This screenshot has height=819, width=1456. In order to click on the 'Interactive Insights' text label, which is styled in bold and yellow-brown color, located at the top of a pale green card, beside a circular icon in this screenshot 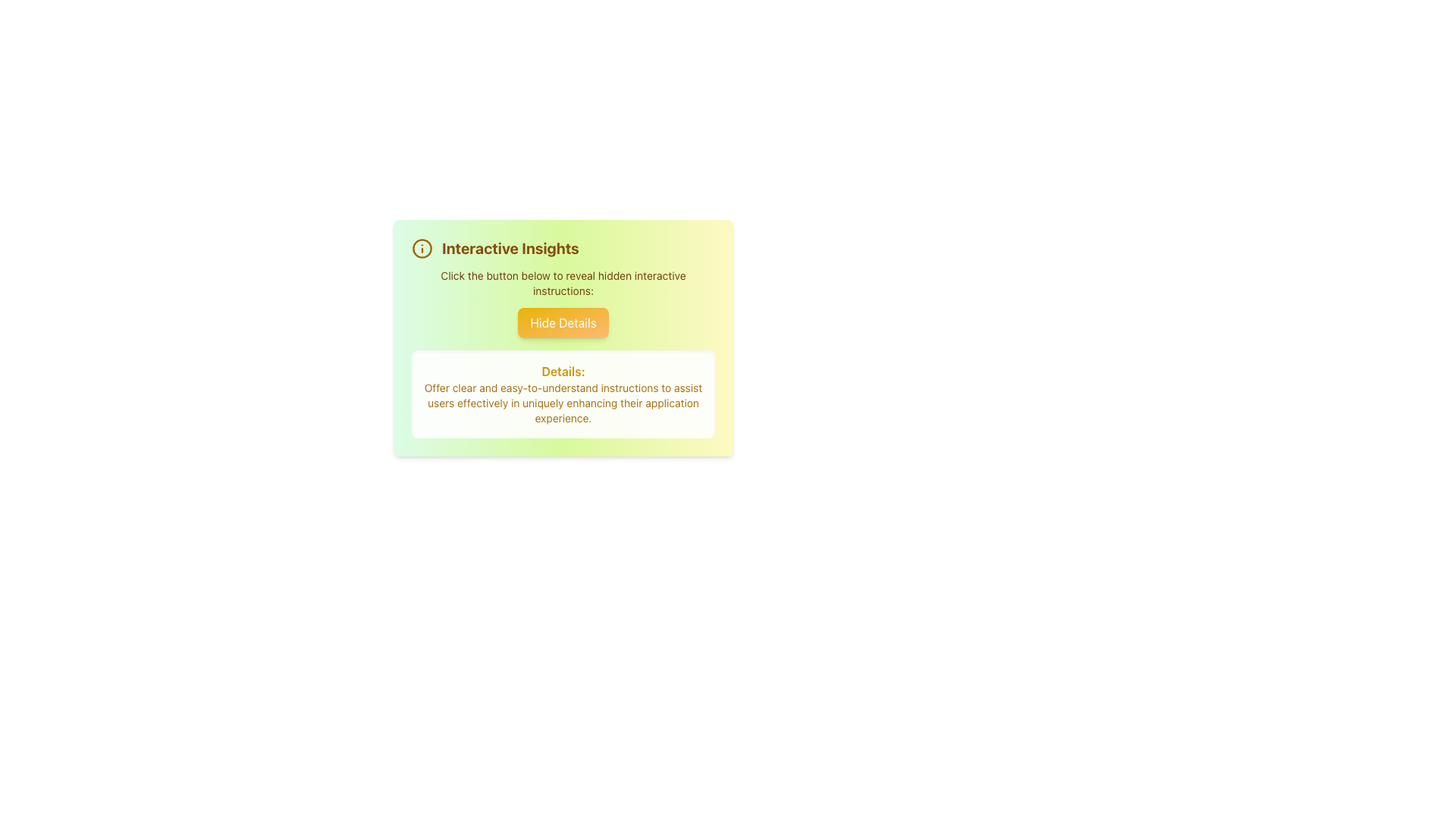, I will do `click(510, 247)`.